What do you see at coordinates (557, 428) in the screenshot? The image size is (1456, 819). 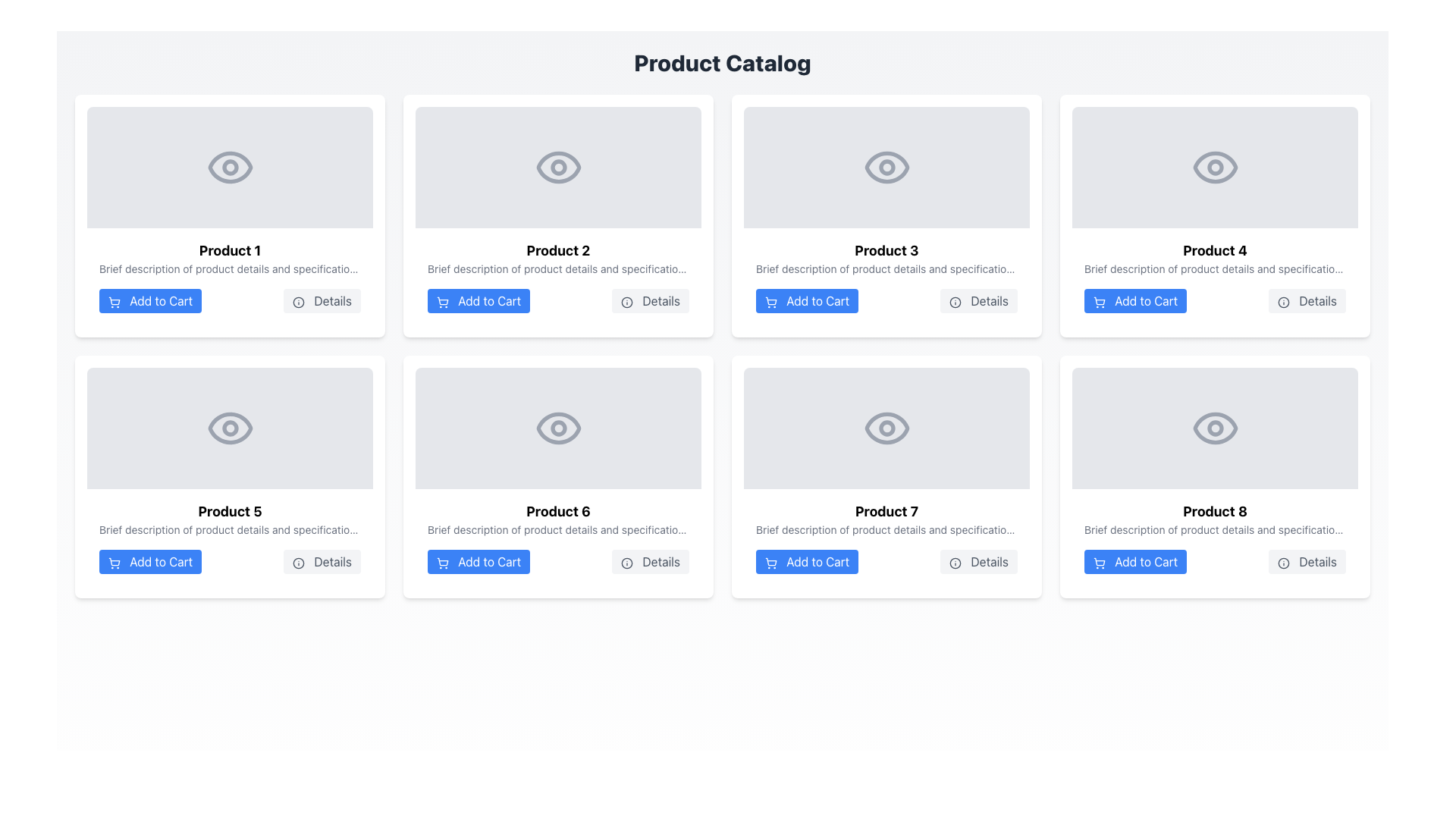 I see `the visibility icon for 'Product 6' located in the second row and second column of the product card grid by clicking on it` at bounding box center [557, 428].